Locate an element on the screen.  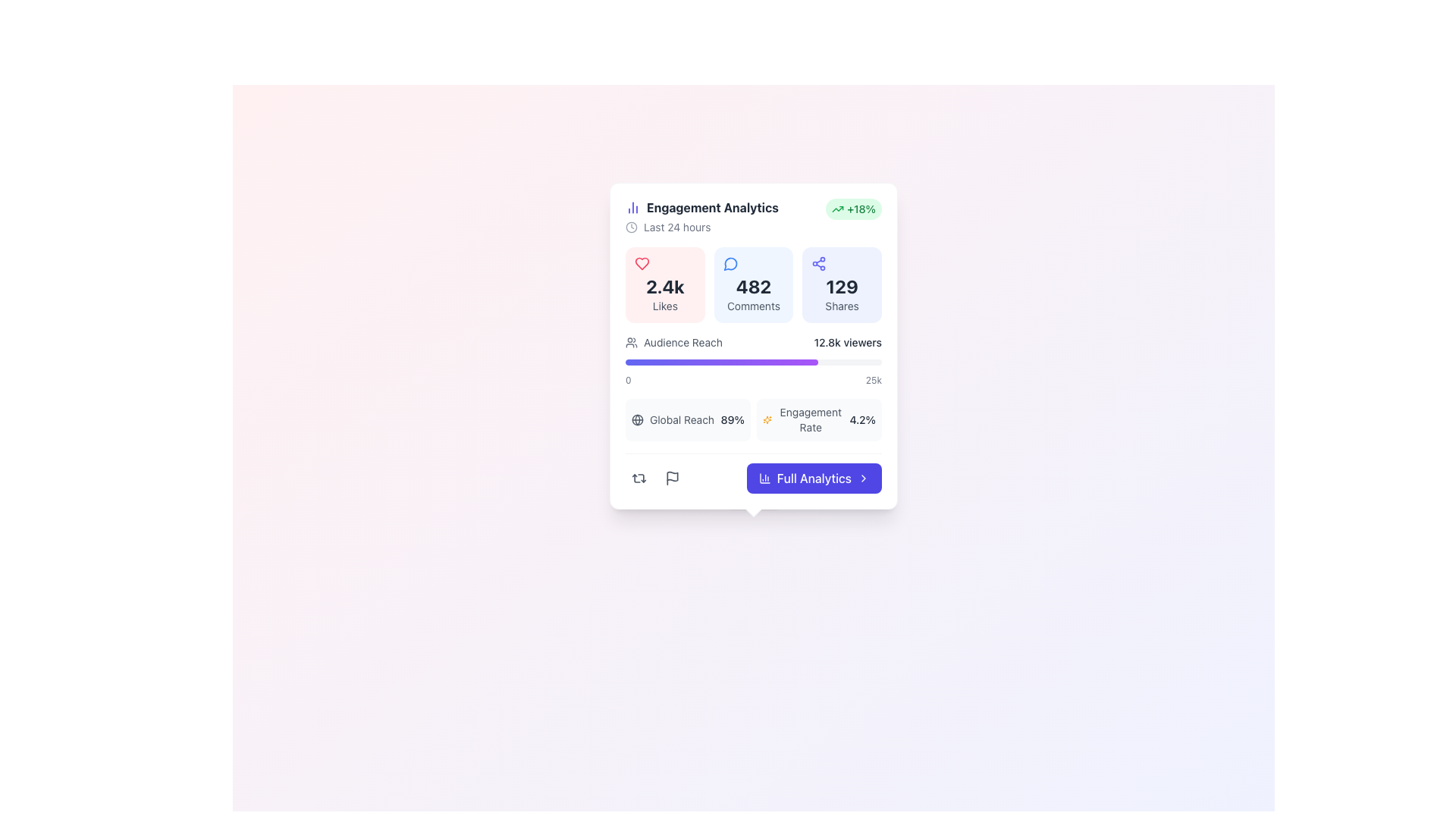
the text label that provides context for the number '129' in the Engagement Analytics section, located below the bold '129' text is located at coordinates (841, 306).